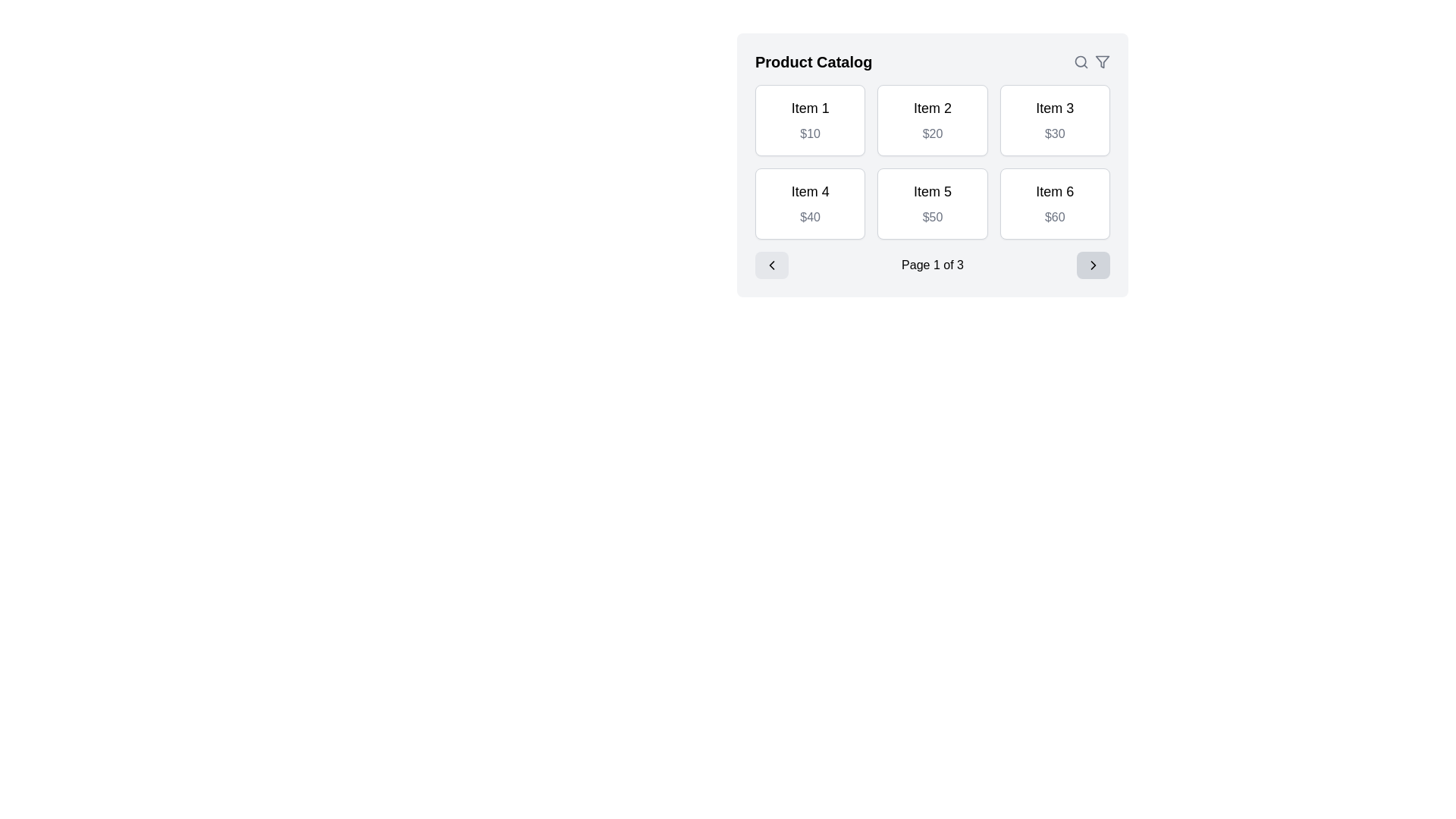 The height and width of the screenshot is (819, 1456). What do you see at coordinates (809, 133) in the screenshot?
I see `the static text label displaying '$10' in light gray color, located below 'Item 1' in the product catalog interface` at bounding box center [809, 133].